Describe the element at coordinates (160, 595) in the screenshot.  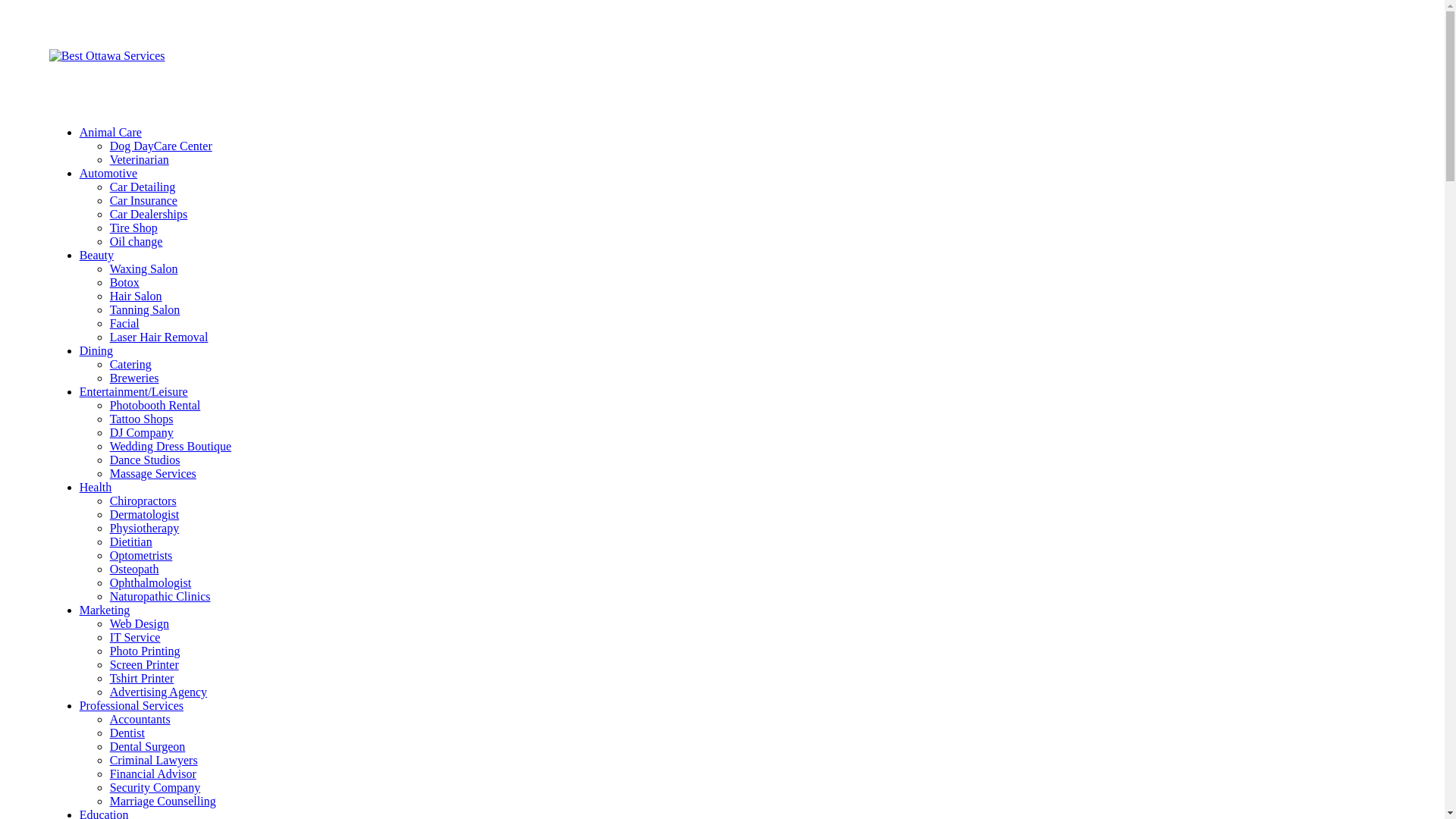
I see `'Naturopathic Clinics'` at that location.